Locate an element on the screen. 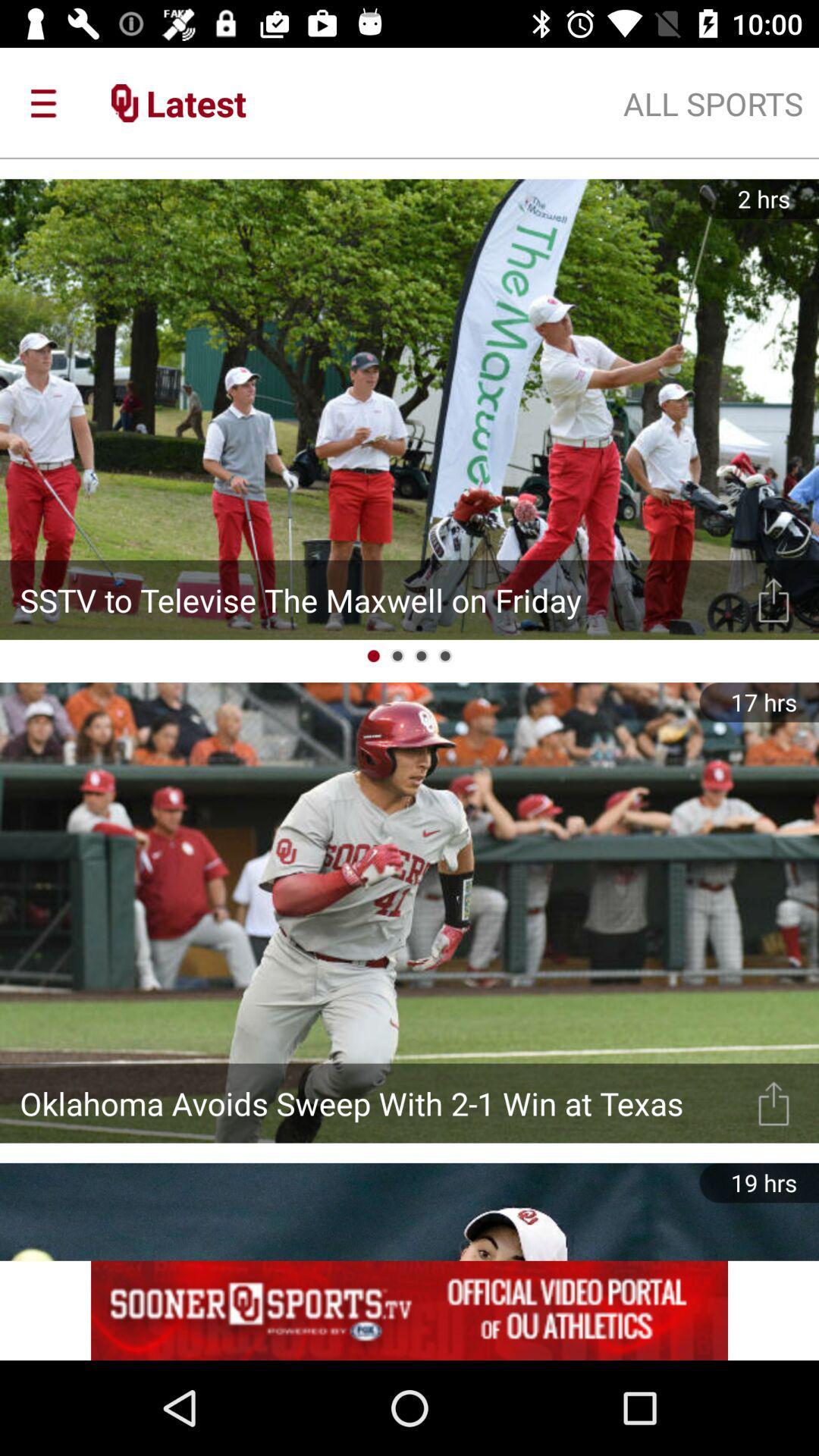  the button right next to sstv to televise the maxwell on friday is located at coordinates (773, 599).